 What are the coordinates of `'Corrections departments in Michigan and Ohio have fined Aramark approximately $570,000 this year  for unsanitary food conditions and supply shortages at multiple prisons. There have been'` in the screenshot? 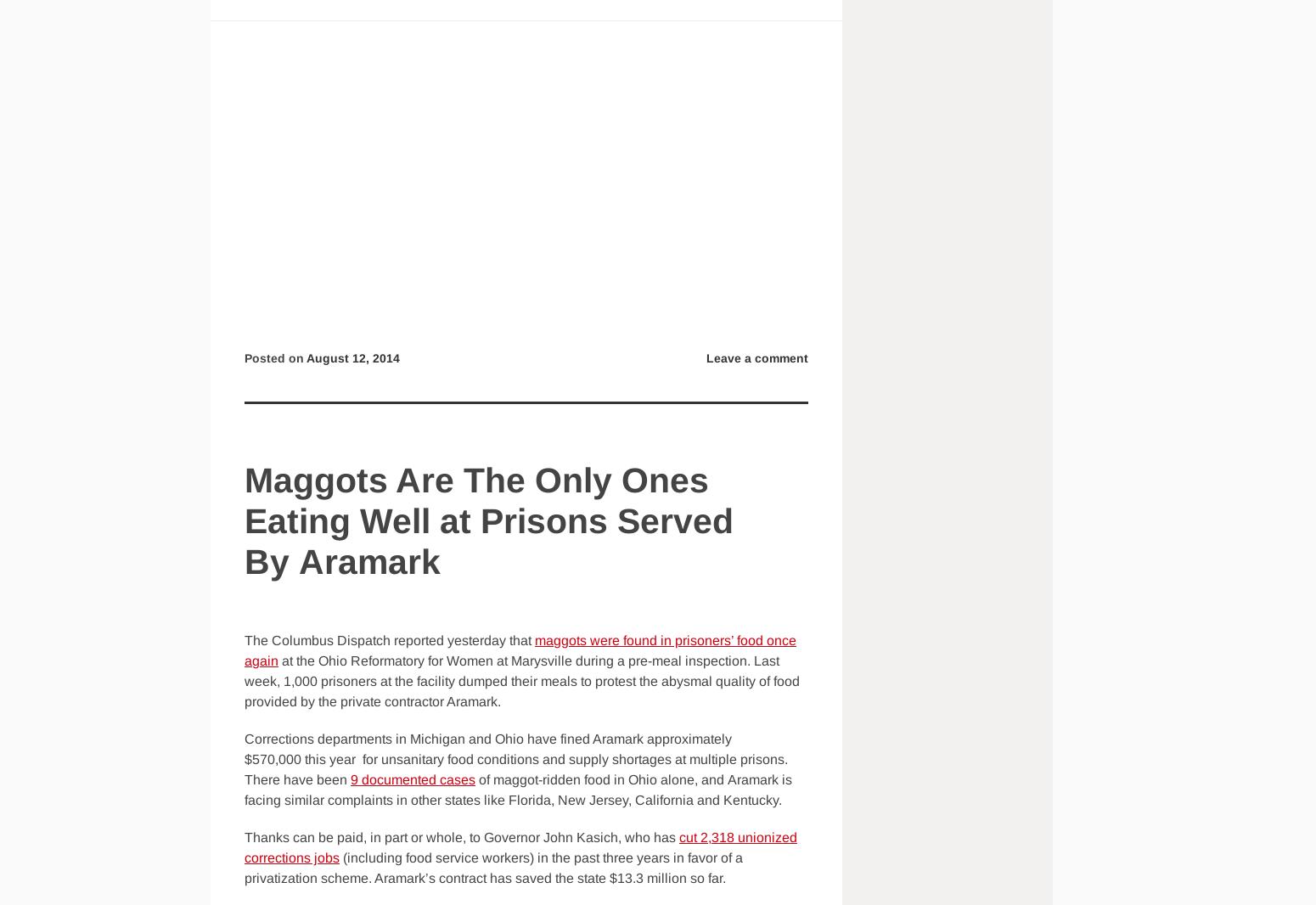 It's located at (516, 759).